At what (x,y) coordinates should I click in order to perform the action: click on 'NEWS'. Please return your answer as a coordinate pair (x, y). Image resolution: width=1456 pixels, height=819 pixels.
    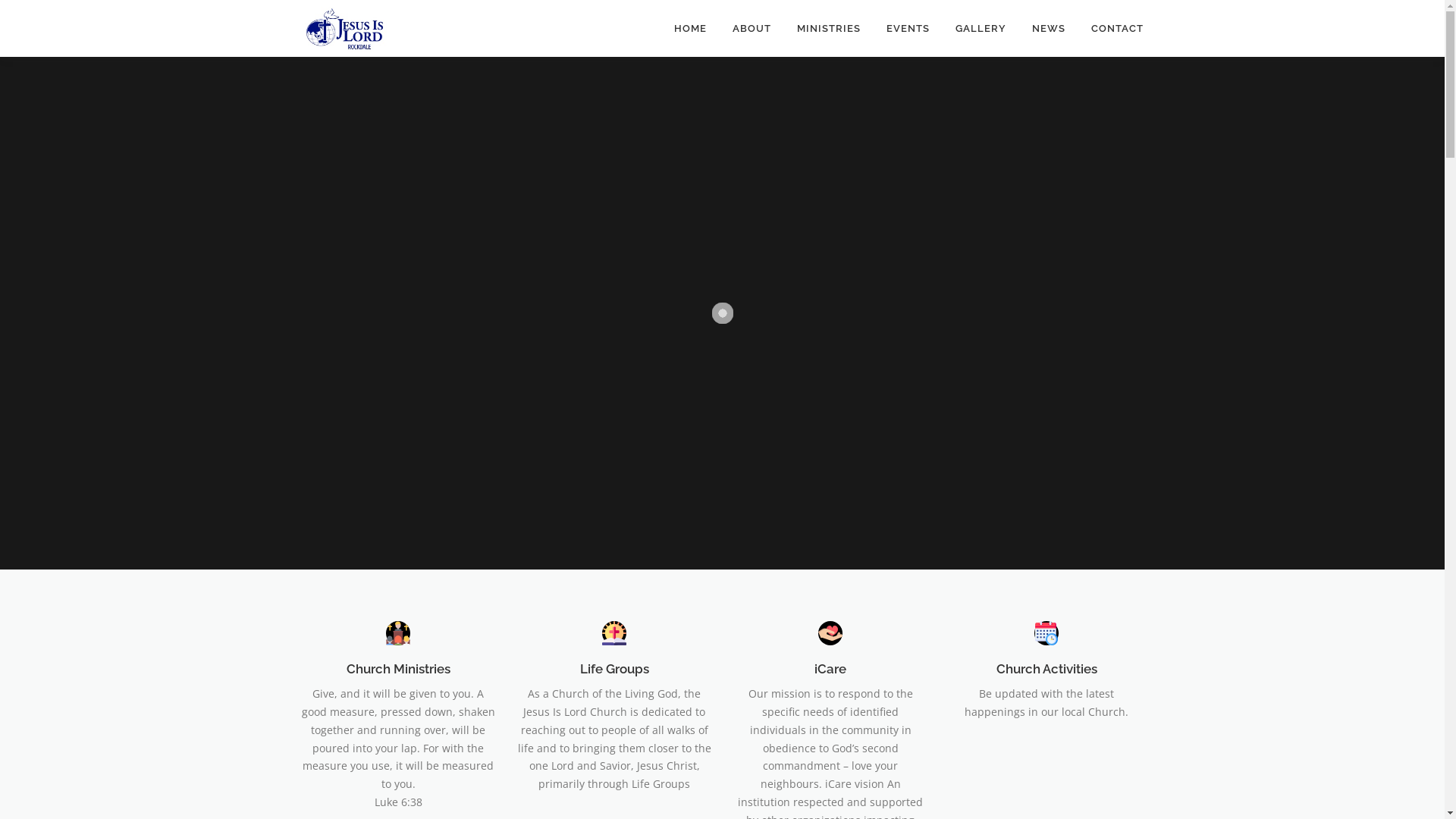
    Looking at the image, I should click on (1047, 28).